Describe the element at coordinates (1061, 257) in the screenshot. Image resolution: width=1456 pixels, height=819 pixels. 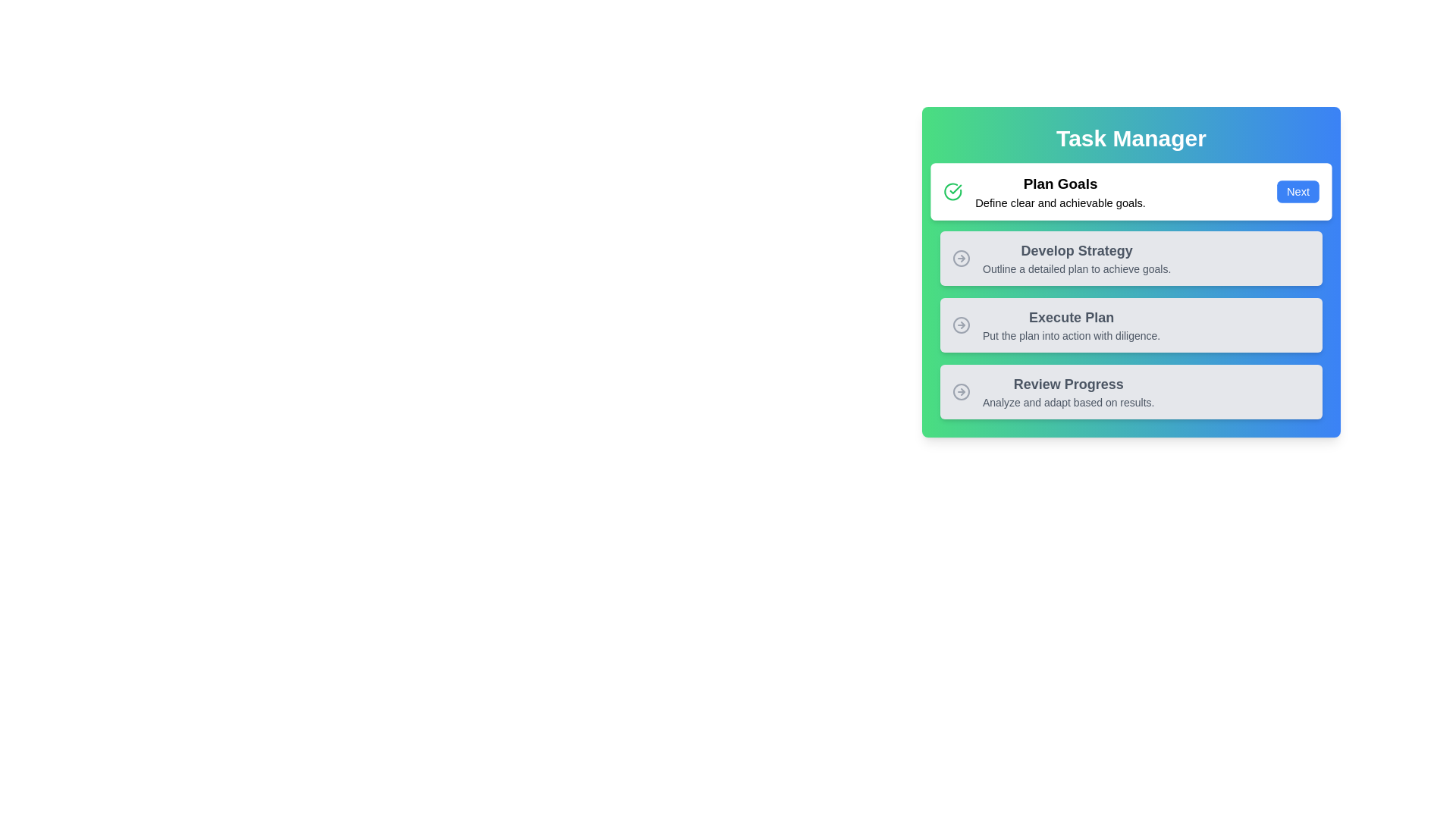
I see `keyboard navigation` at that location.